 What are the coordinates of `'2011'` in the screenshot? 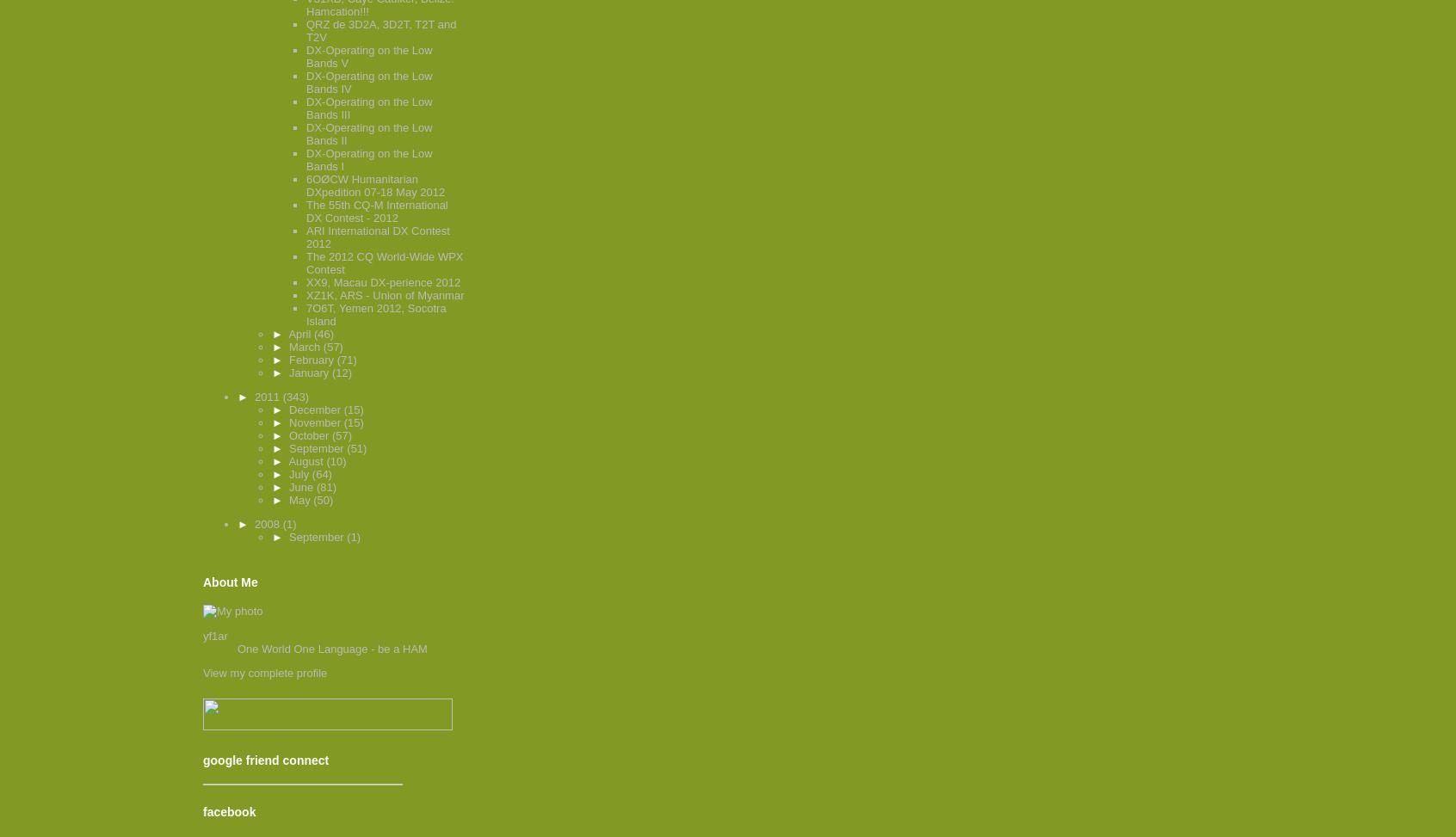 It's located at (268, 397).